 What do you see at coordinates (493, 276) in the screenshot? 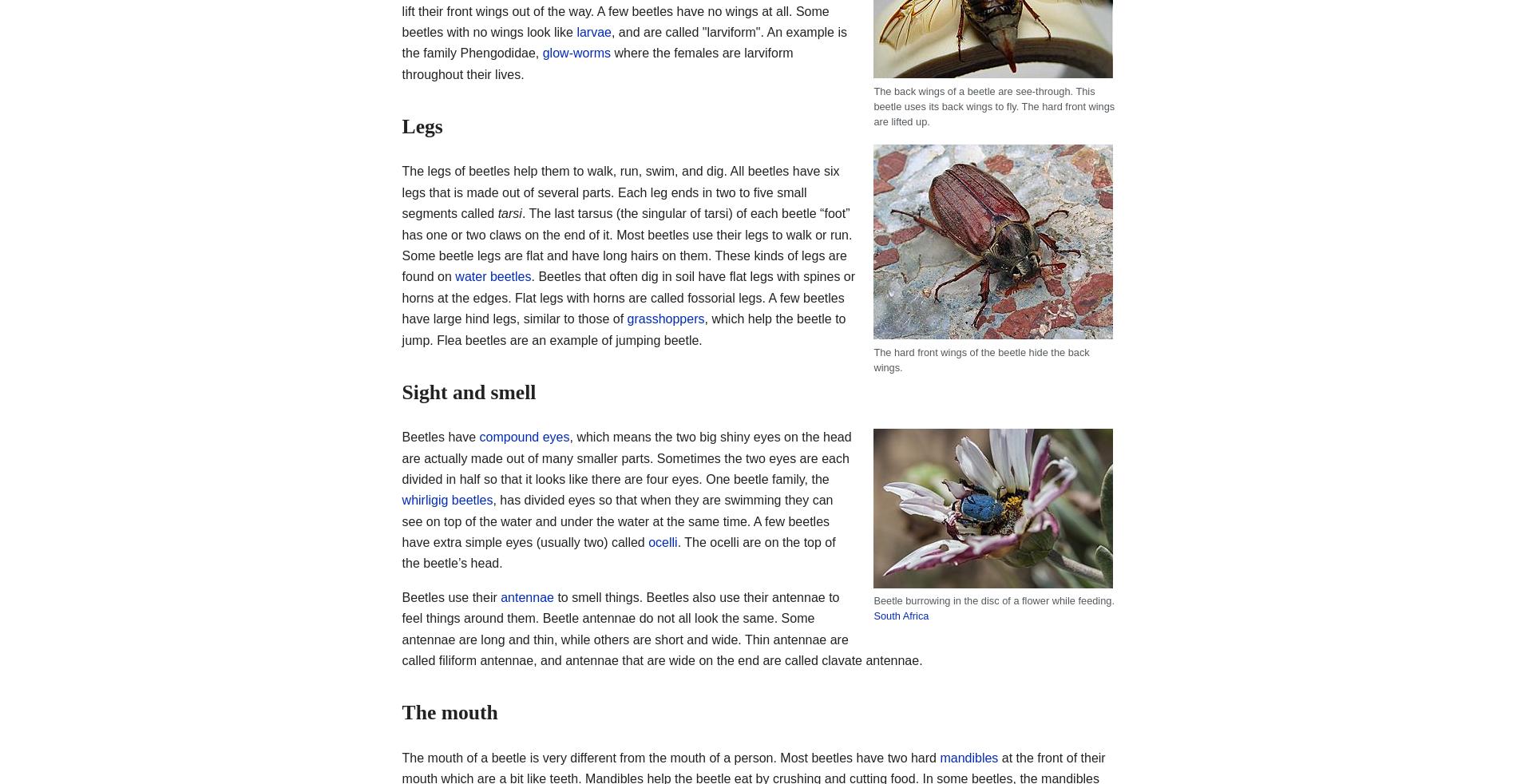
I see `'water beetles'` at bounding box center [493, 276].